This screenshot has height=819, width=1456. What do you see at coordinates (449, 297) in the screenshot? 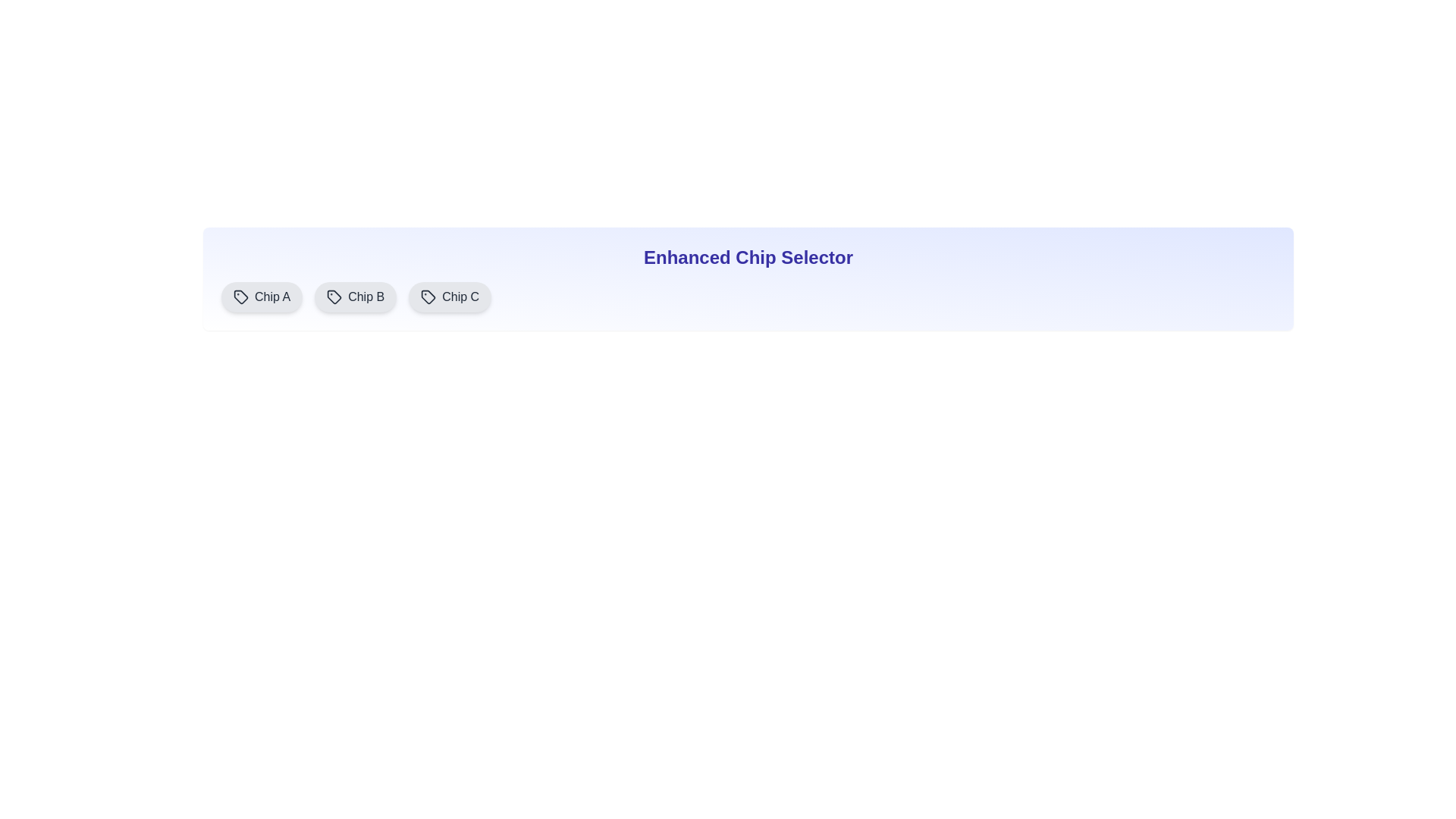
I see `the chip labeled Chip C to display its description` at bounding box center [449, 297].